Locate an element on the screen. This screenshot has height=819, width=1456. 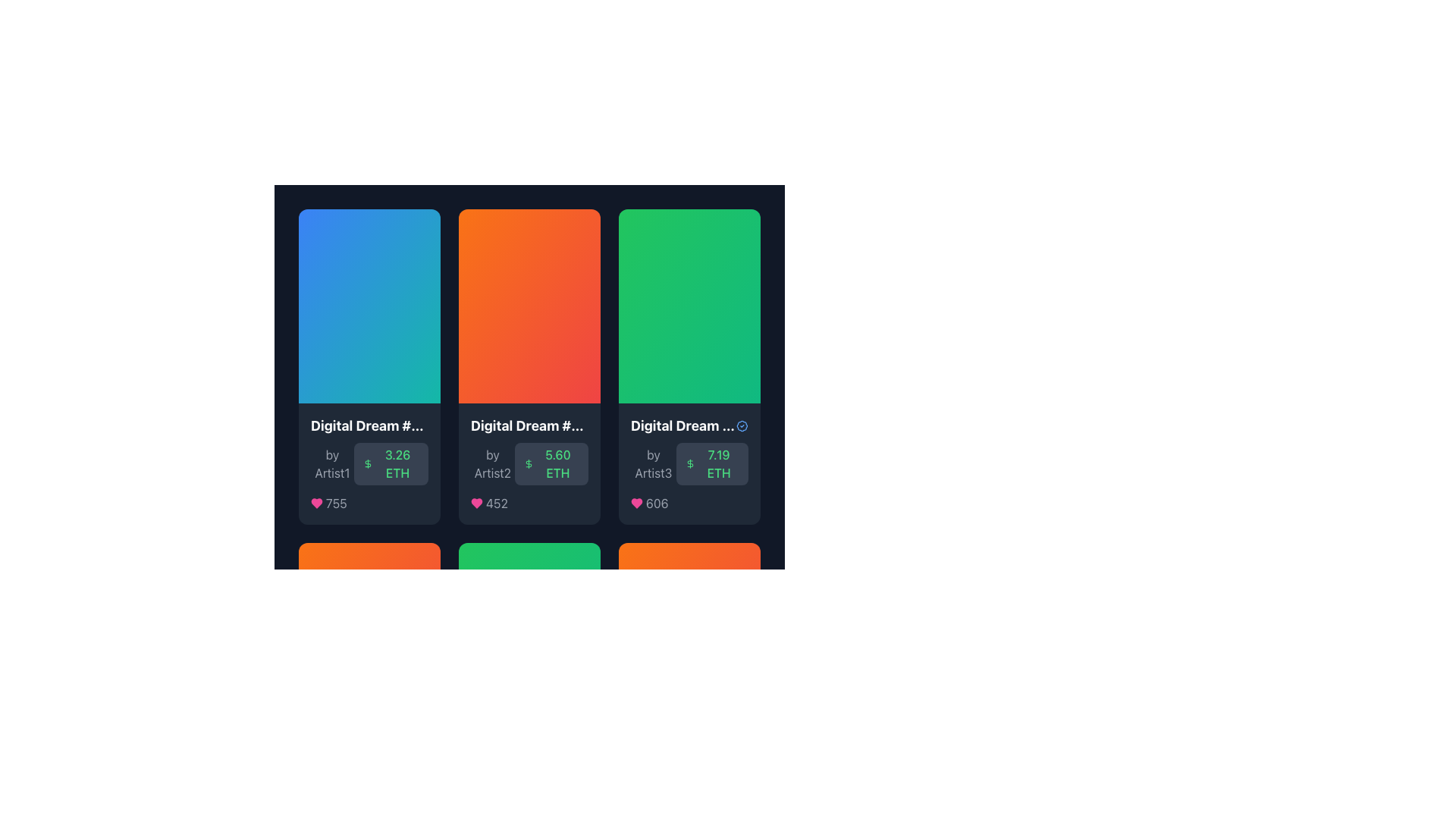
the text label displaying 'by Artist1' in light gray font, located in the lower-left section of the card for 'Digital Dream #1' is located at coordinates (331, 463).